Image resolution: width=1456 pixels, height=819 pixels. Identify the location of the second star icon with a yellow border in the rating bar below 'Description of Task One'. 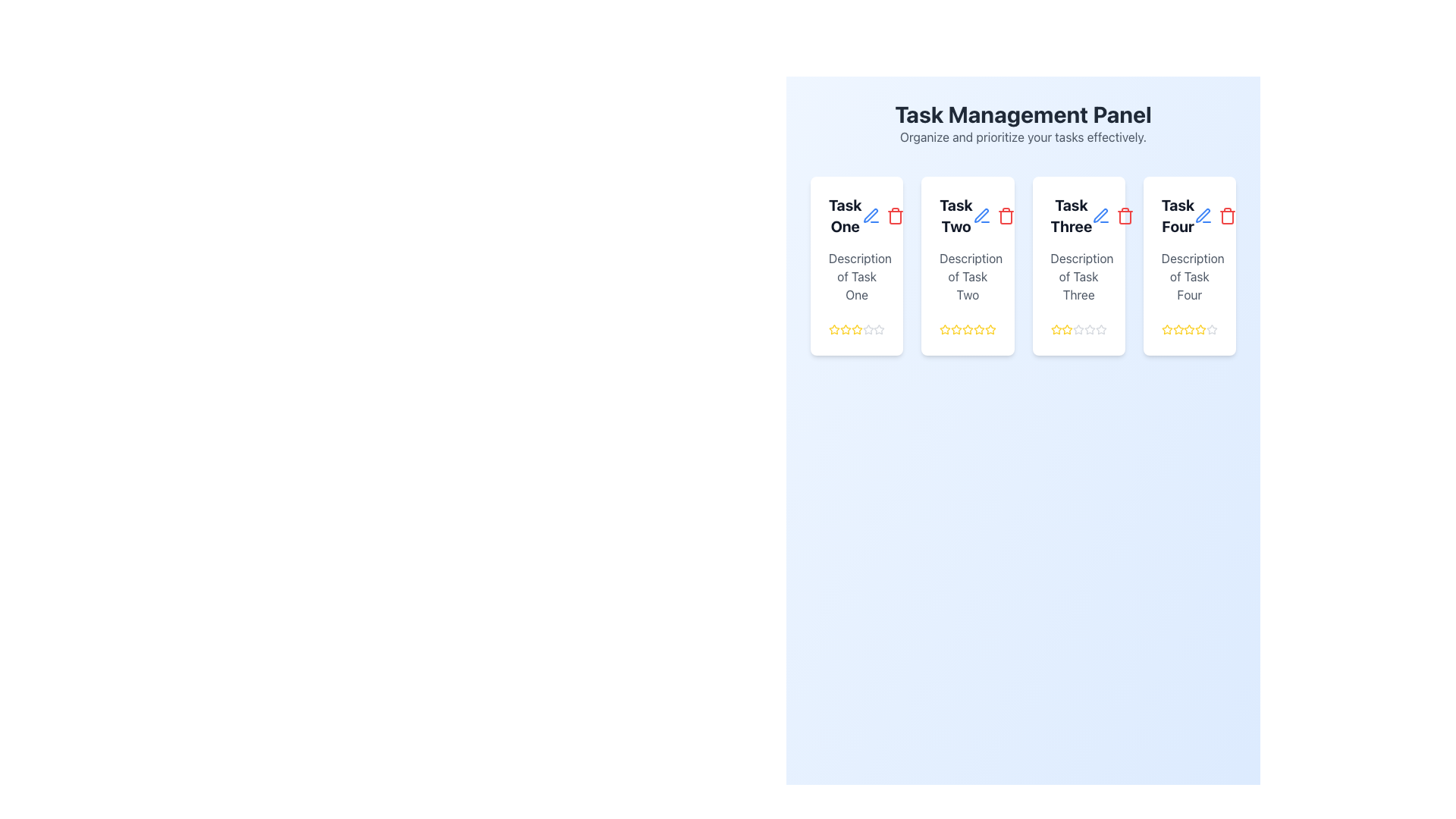
(845, 329).